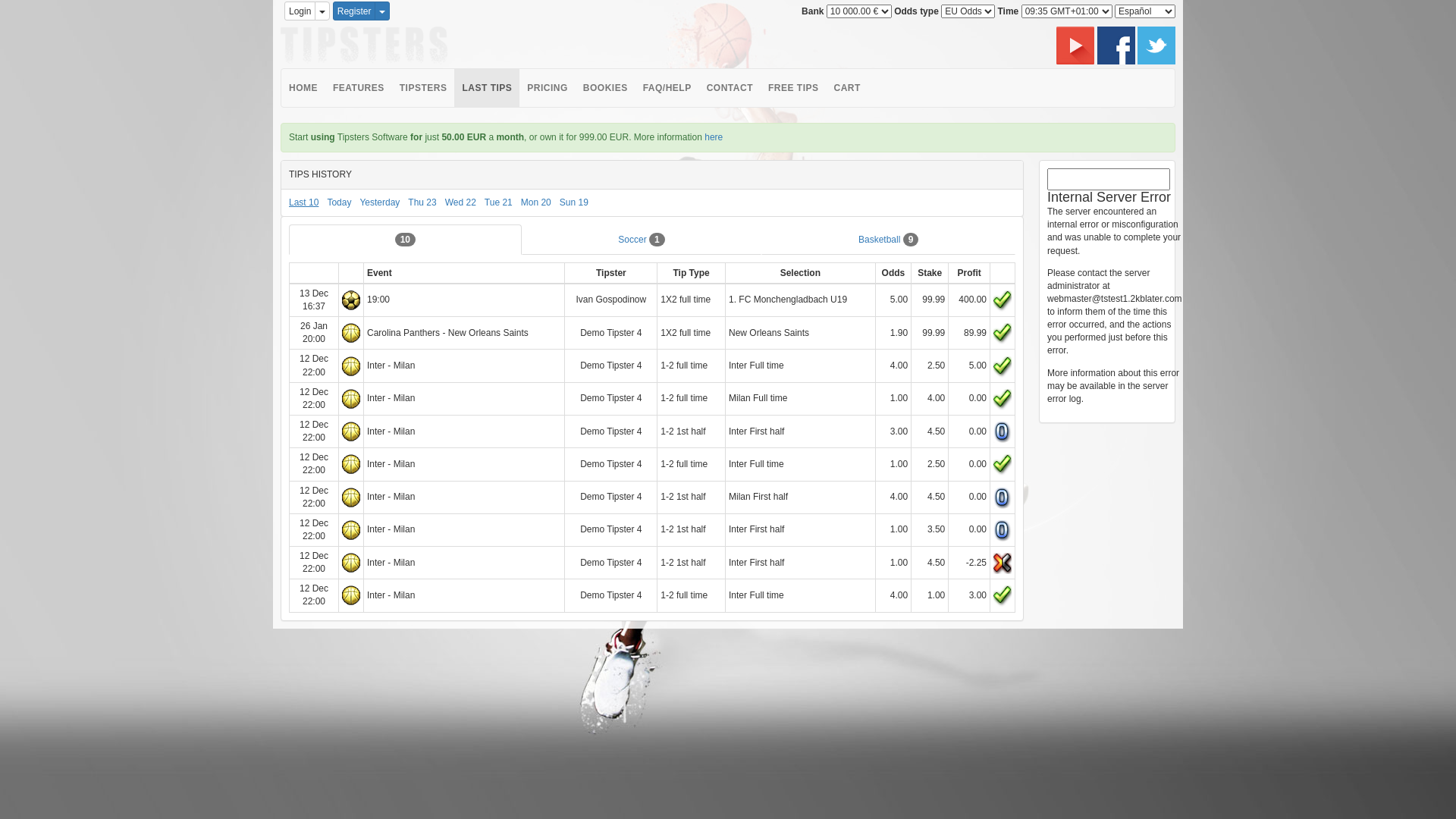 Image resolution: width=1456 pixels, height=819 pixels. Describe the element at coordinates (281, 87) in the screenshot. I see `'HOME'` at that location.